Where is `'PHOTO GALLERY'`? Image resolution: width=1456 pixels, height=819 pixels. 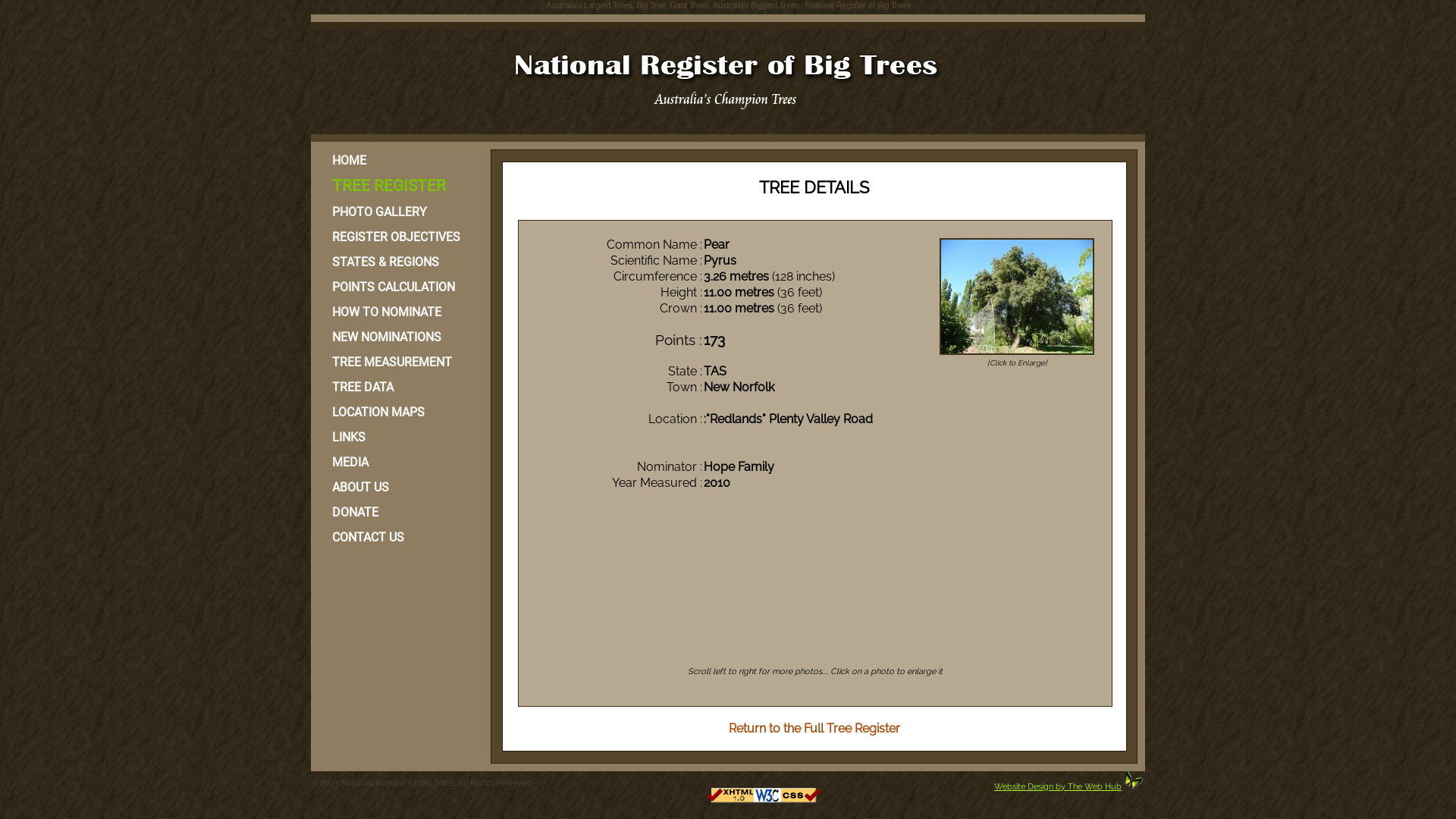 'PHOTO GALLERY' is located at coordinates (399, 212).